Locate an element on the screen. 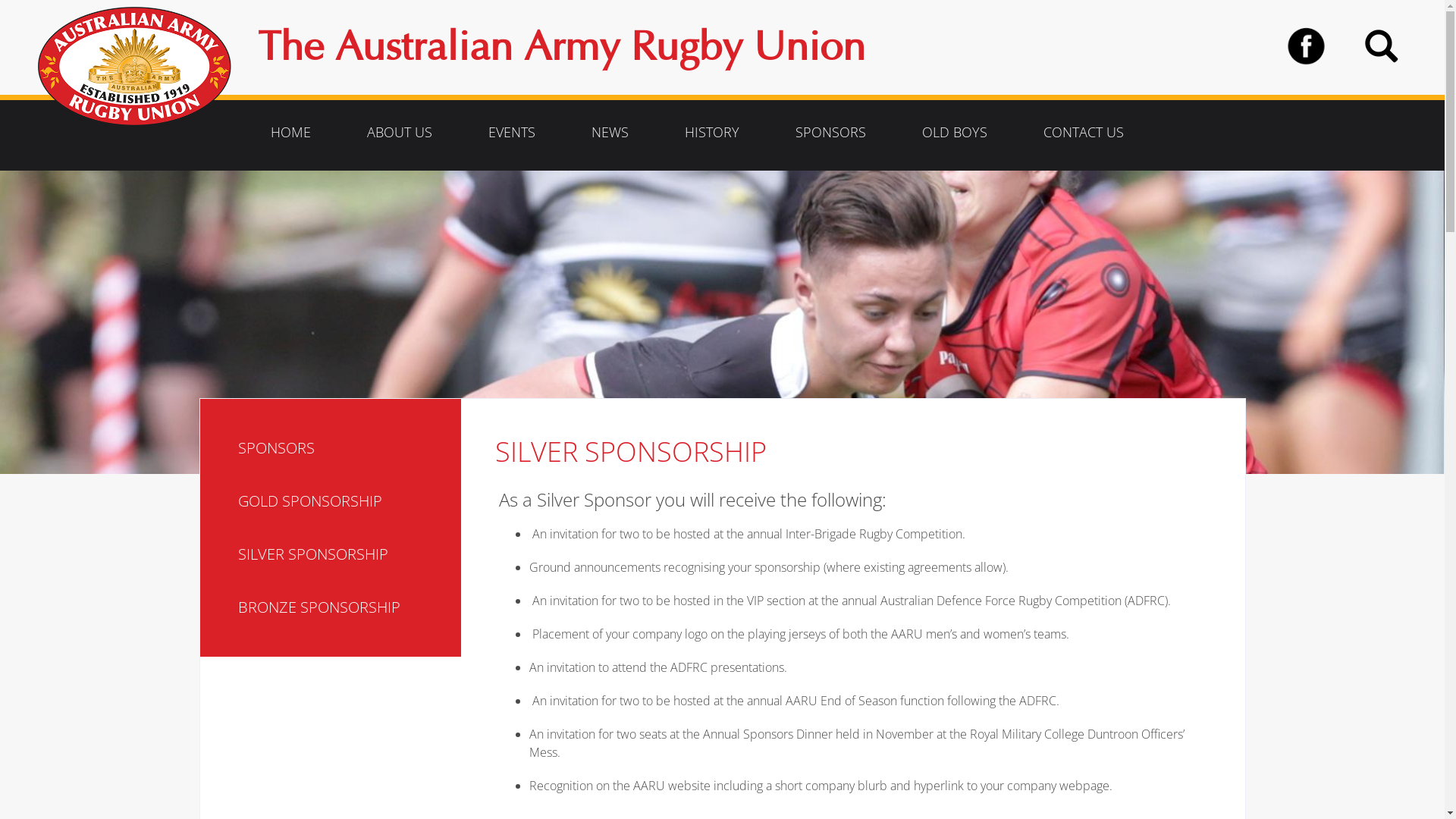 This screenshot has width=1456, height=819. 'HISTORY' is located at coordinates (711, 130).